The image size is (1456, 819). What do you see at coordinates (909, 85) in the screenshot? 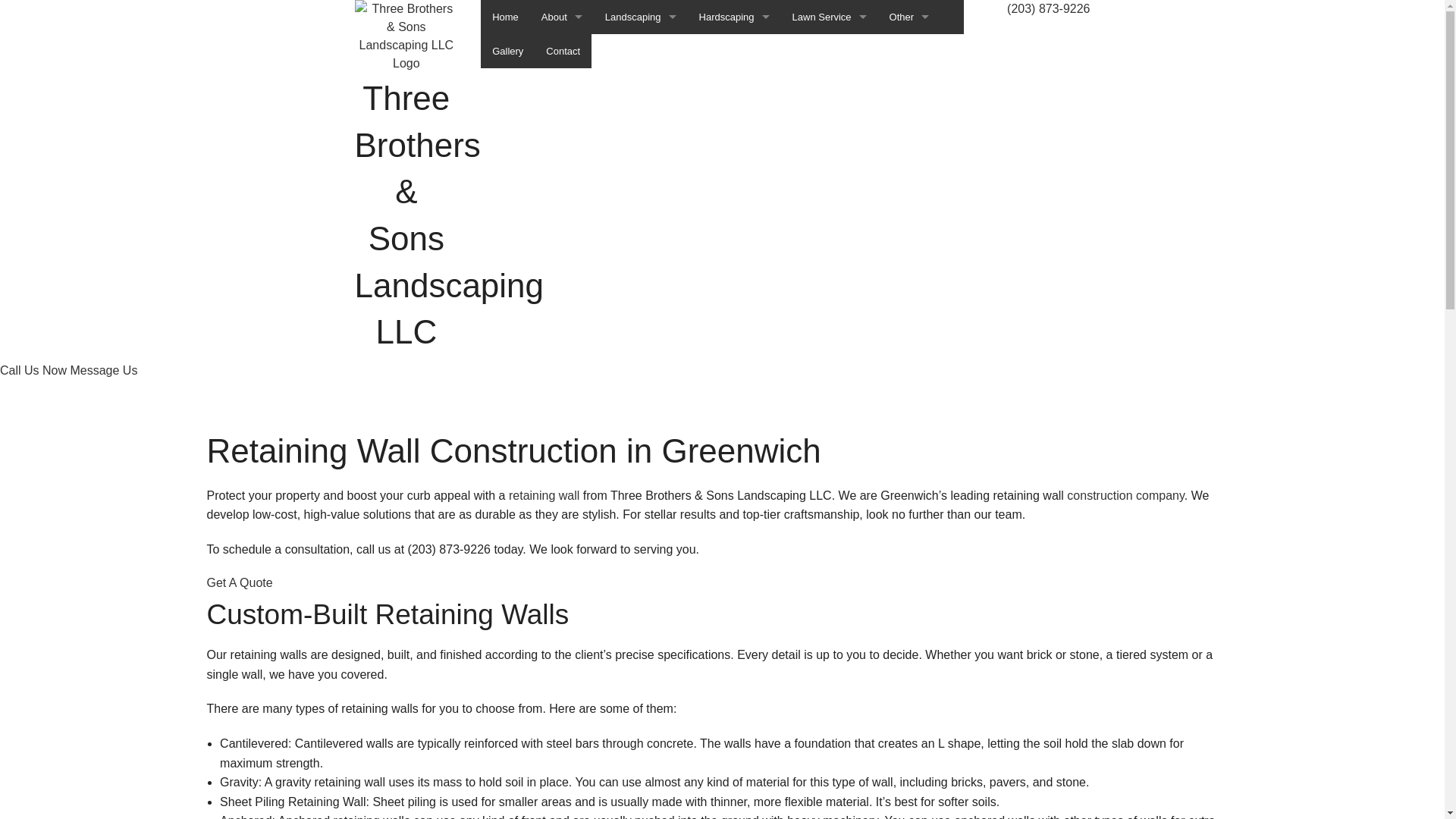
I see `'Ice Control Services'` at bounding box center [909, 85].